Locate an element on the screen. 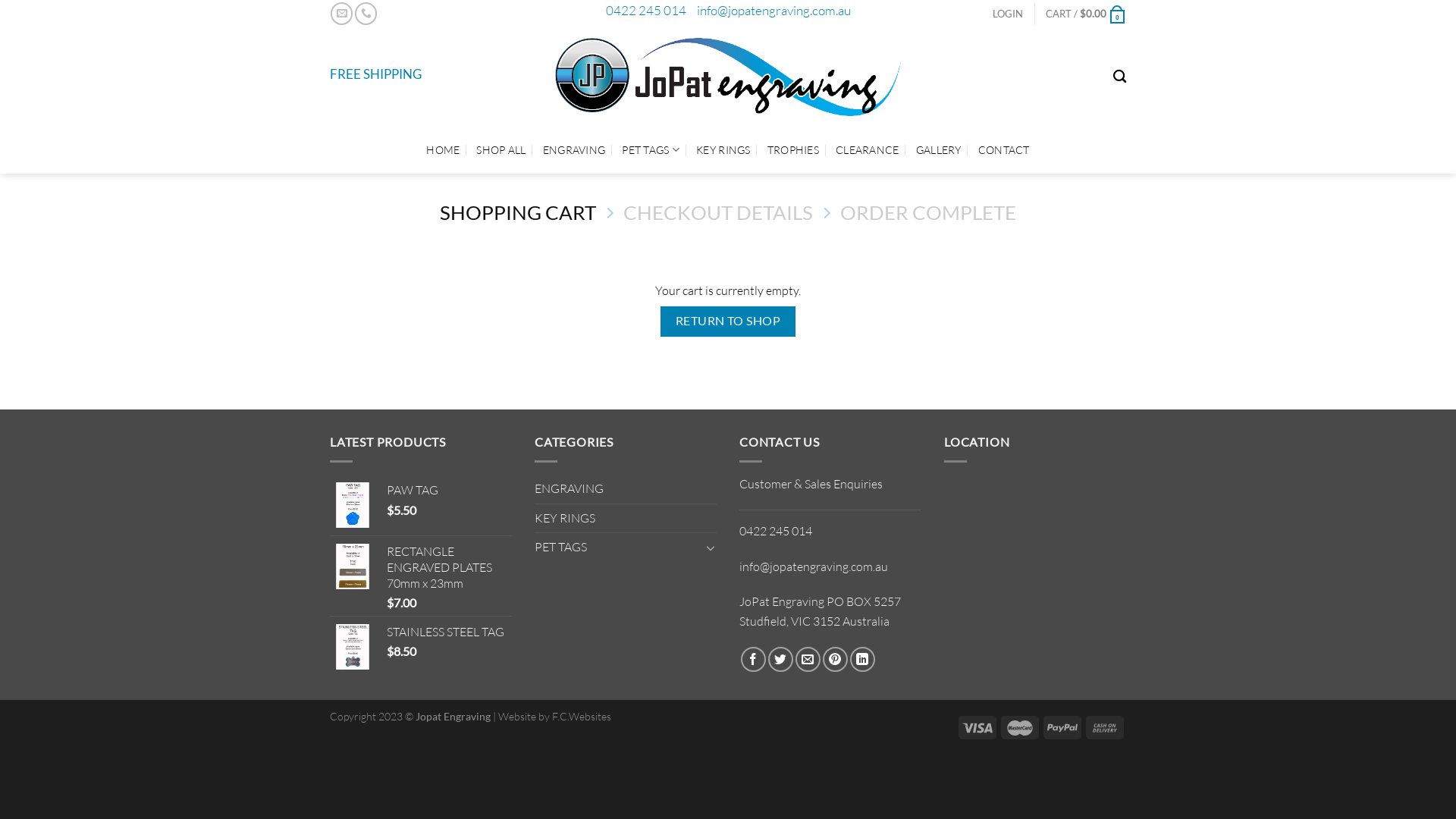  'ORDER COMPLETE' is located at coordinates (927, 212).